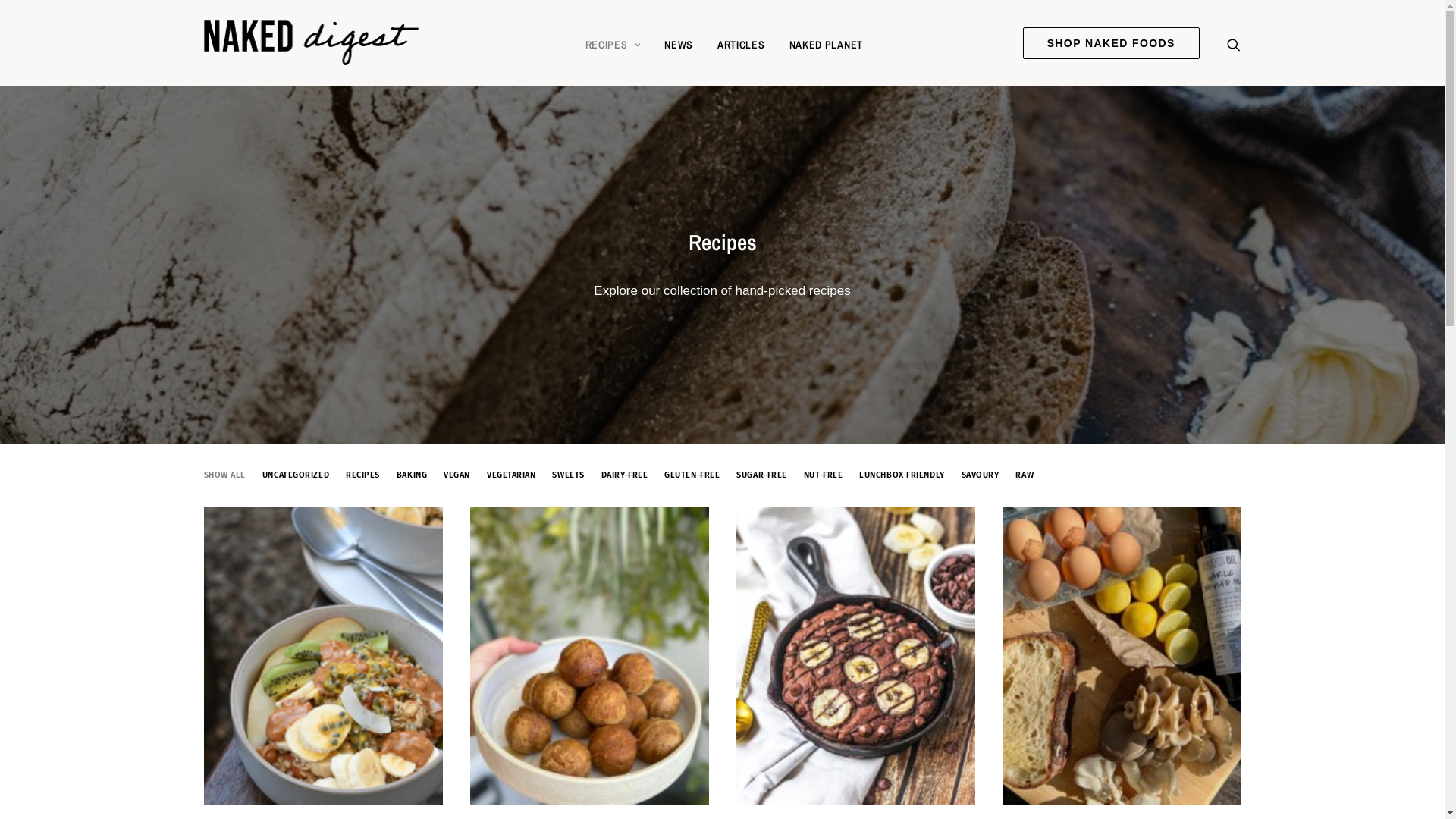 This screenshot has height=819, width=1456. What do you see at coordinates (411, 474) in the screenshot?
I see `'BAKING'` at bounding box center [411, 474].